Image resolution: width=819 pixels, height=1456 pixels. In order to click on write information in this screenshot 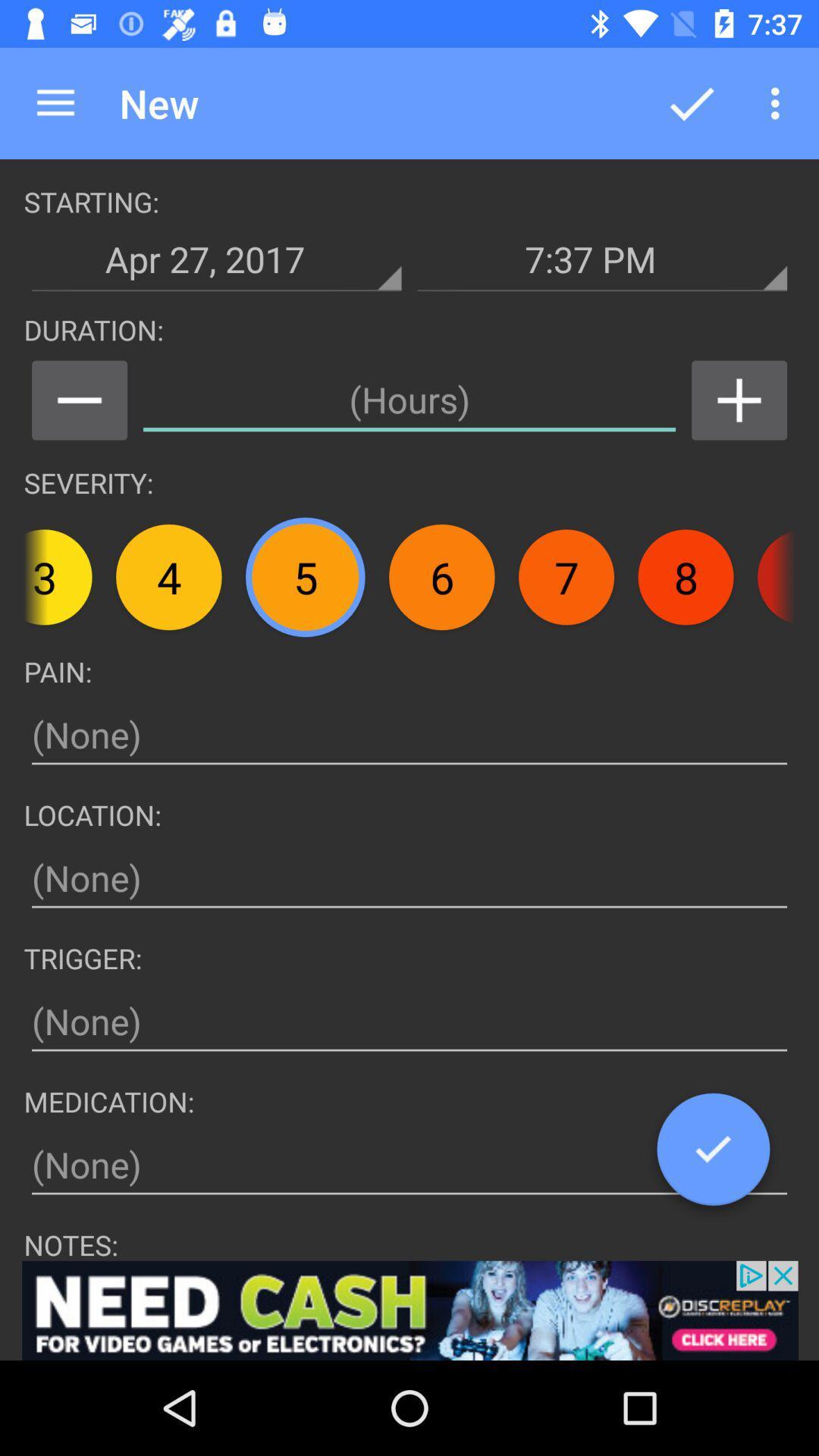, I will do `click(409, 1021)`.